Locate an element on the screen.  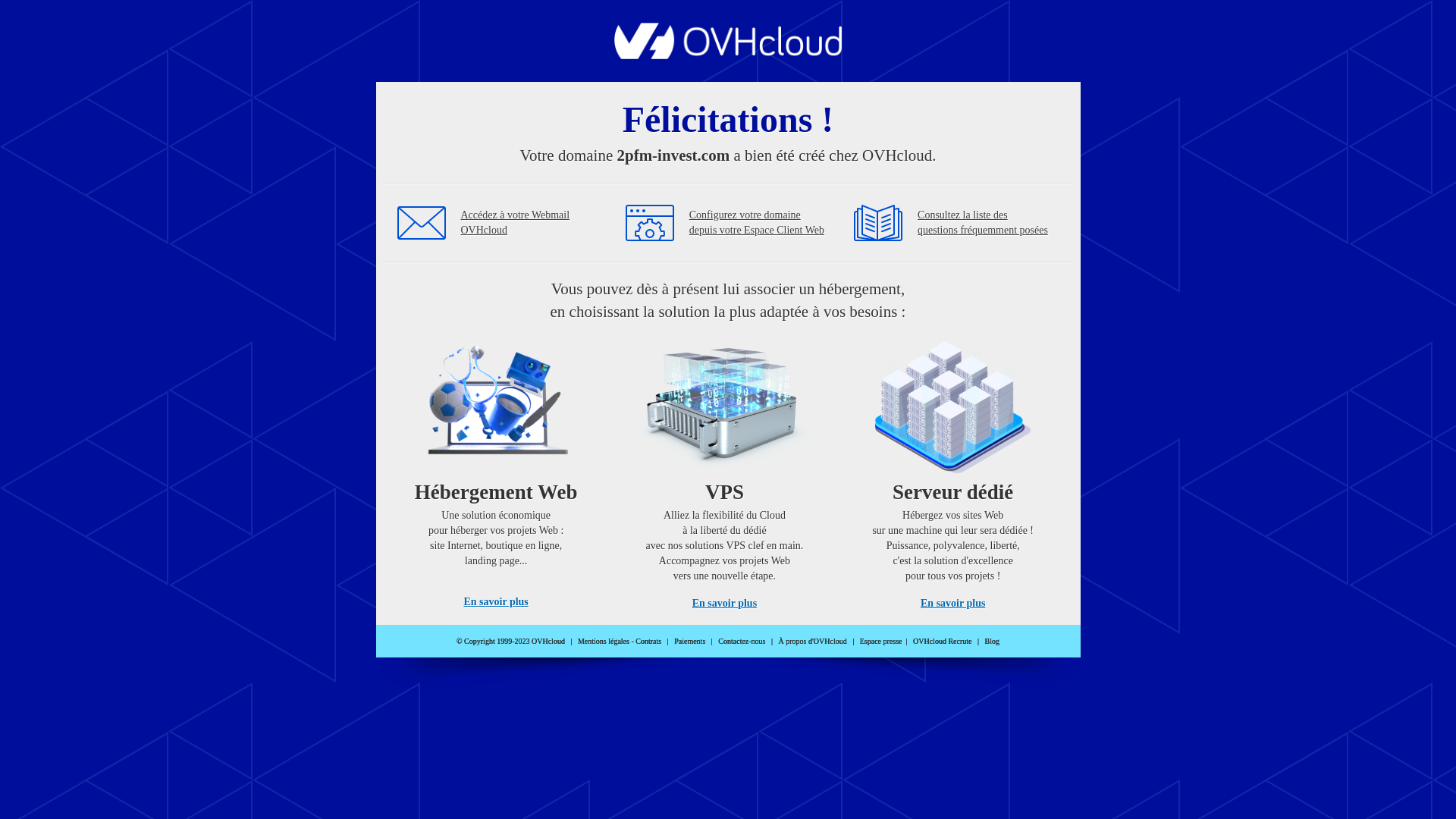
'VPS' is located at coordinates (723, 469).